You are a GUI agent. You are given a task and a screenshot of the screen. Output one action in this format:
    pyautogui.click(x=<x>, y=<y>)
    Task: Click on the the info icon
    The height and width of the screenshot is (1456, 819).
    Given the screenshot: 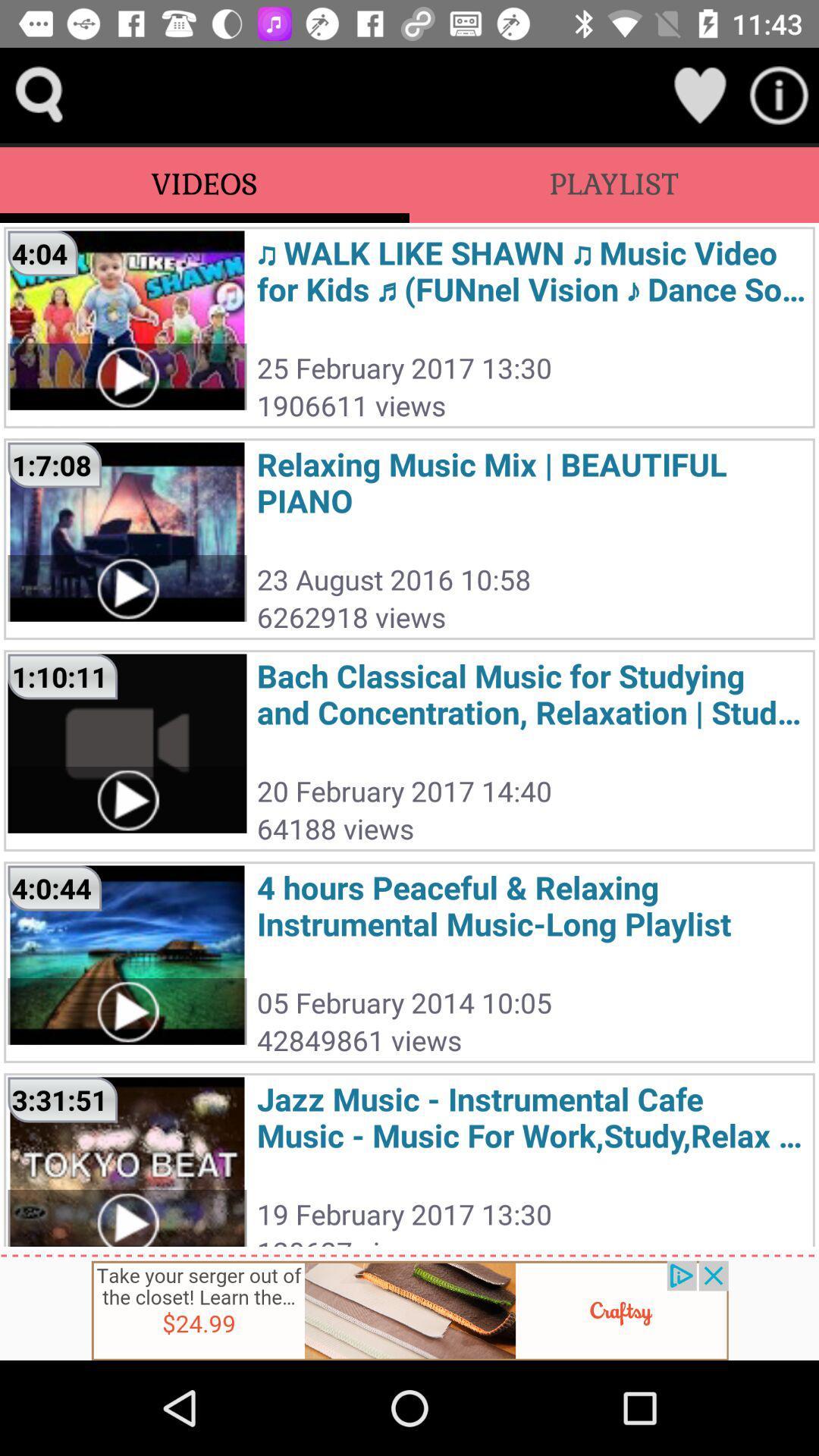 What is the action you would take?
    pyautogui.click(x=779, y=94)
    